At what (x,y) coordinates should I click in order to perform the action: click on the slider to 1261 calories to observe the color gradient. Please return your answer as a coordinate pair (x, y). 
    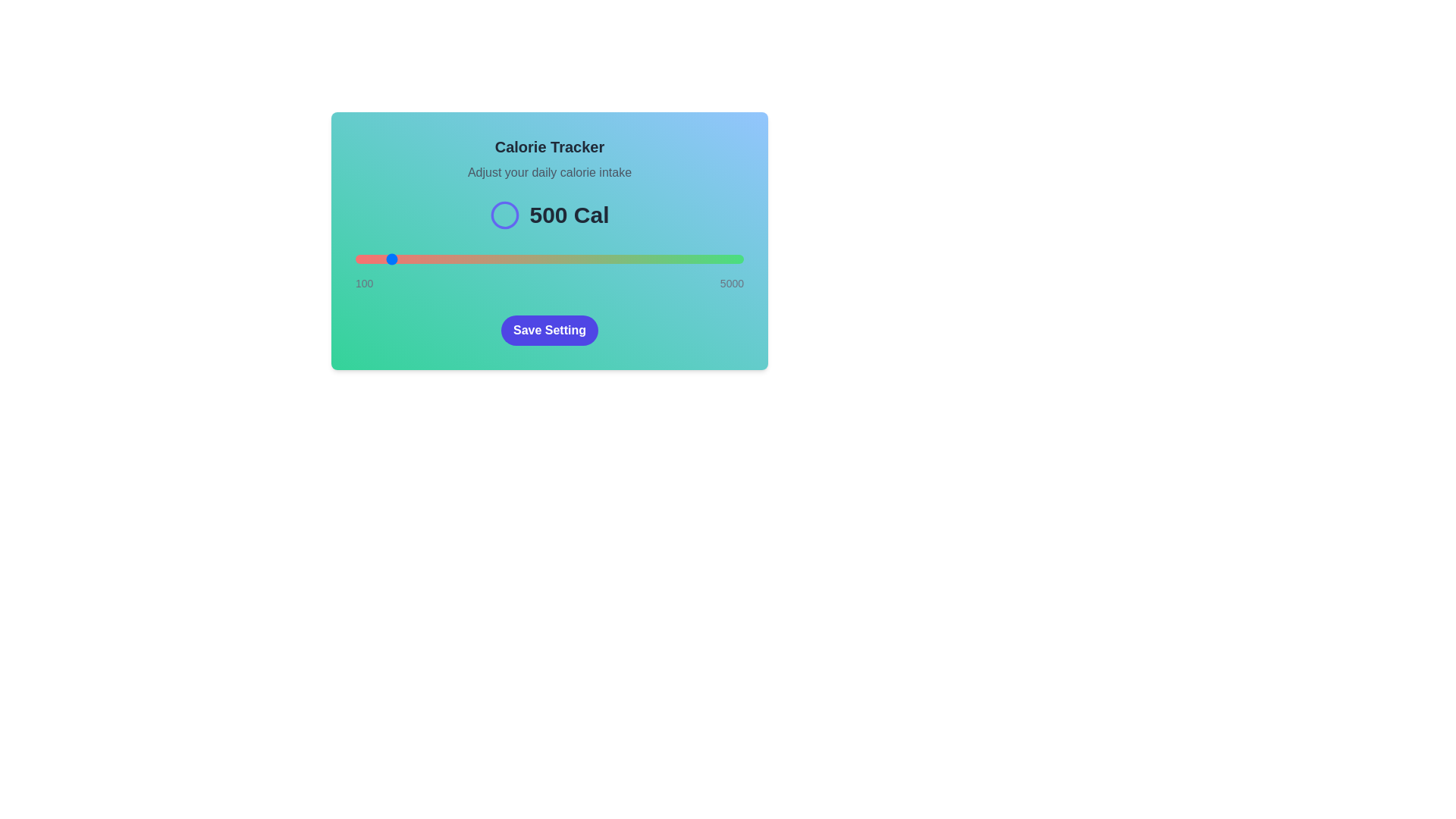
    Looking at the image, I should click on (447, 259).